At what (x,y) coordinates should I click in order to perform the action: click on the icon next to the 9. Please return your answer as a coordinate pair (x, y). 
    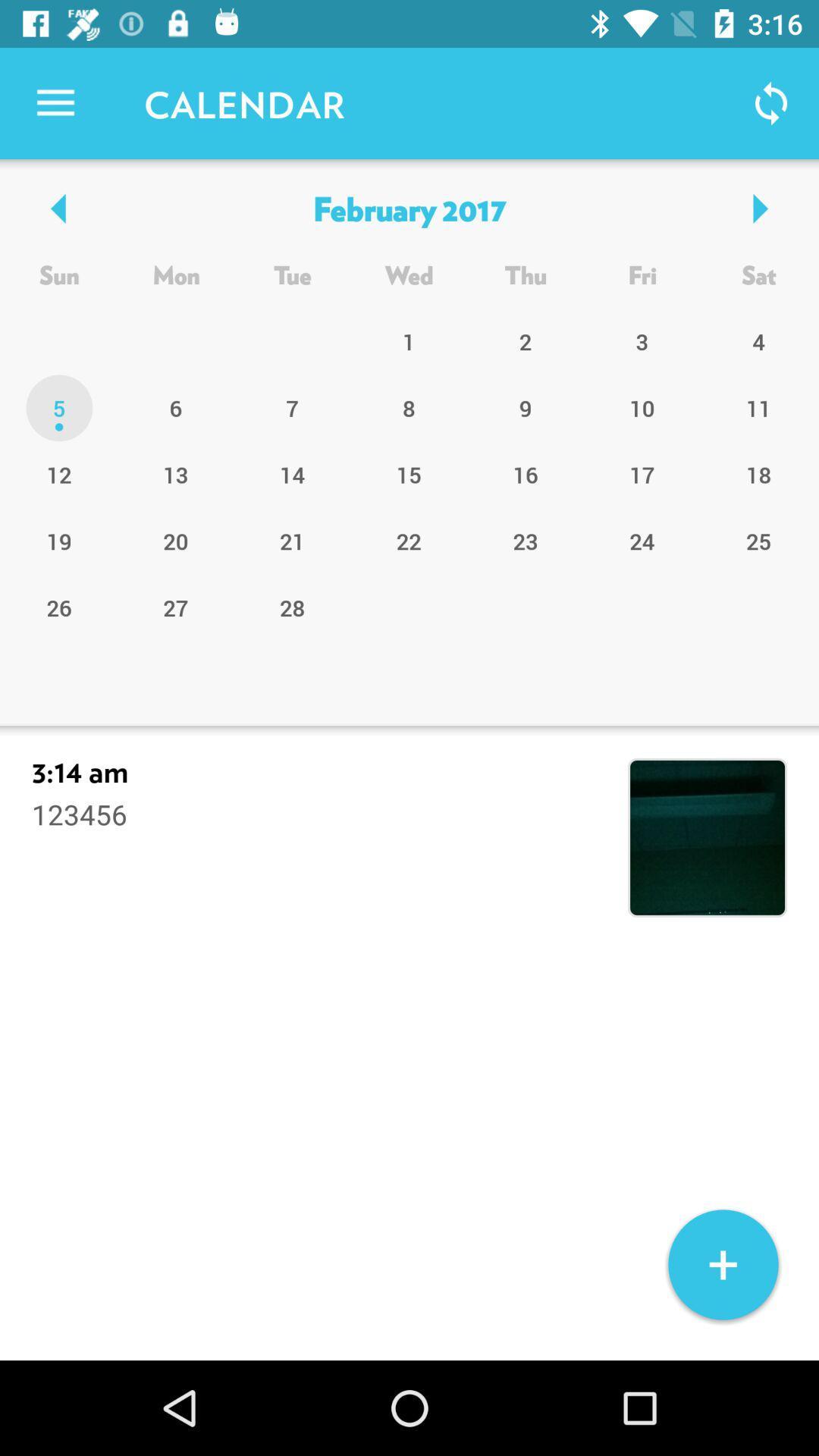
    Looking at the image, I should click on (408, 473).